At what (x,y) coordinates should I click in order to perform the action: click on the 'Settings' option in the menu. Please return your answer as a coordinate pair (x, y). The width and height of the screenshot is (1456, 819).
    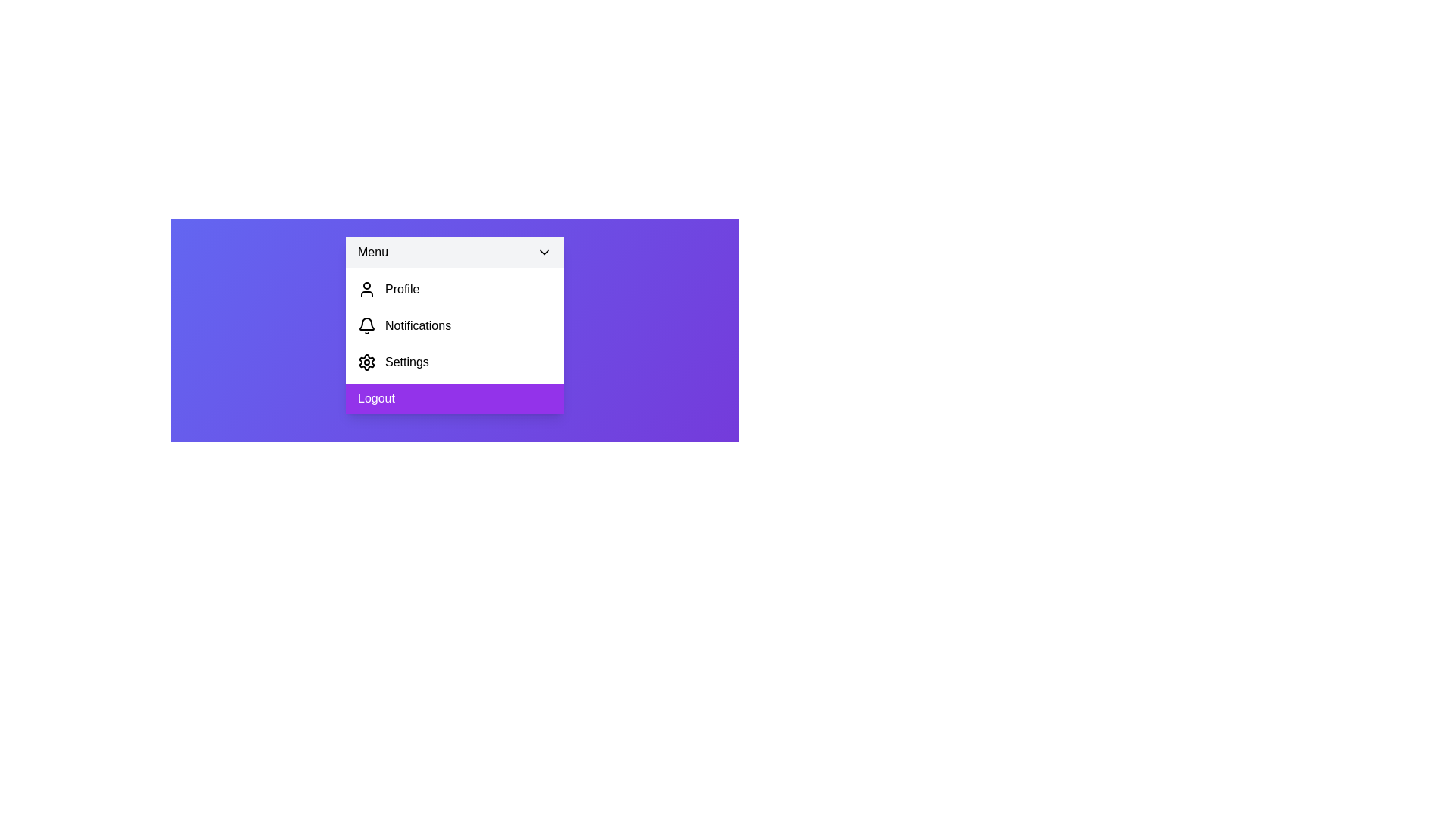
    Looking at the image, I should click on (454, 362).